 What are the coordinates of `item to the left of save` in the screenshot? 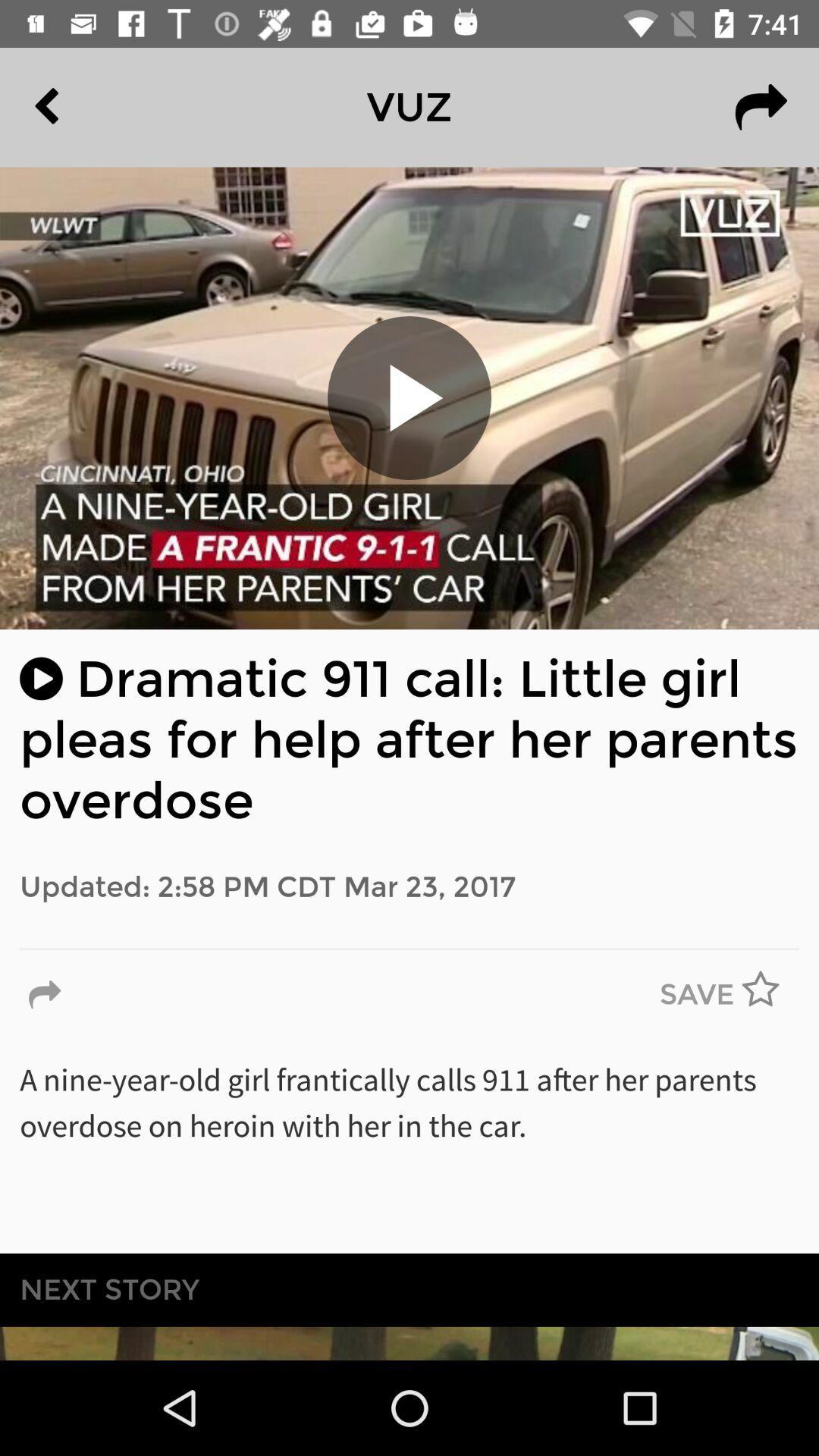 It's located at (44, 995).